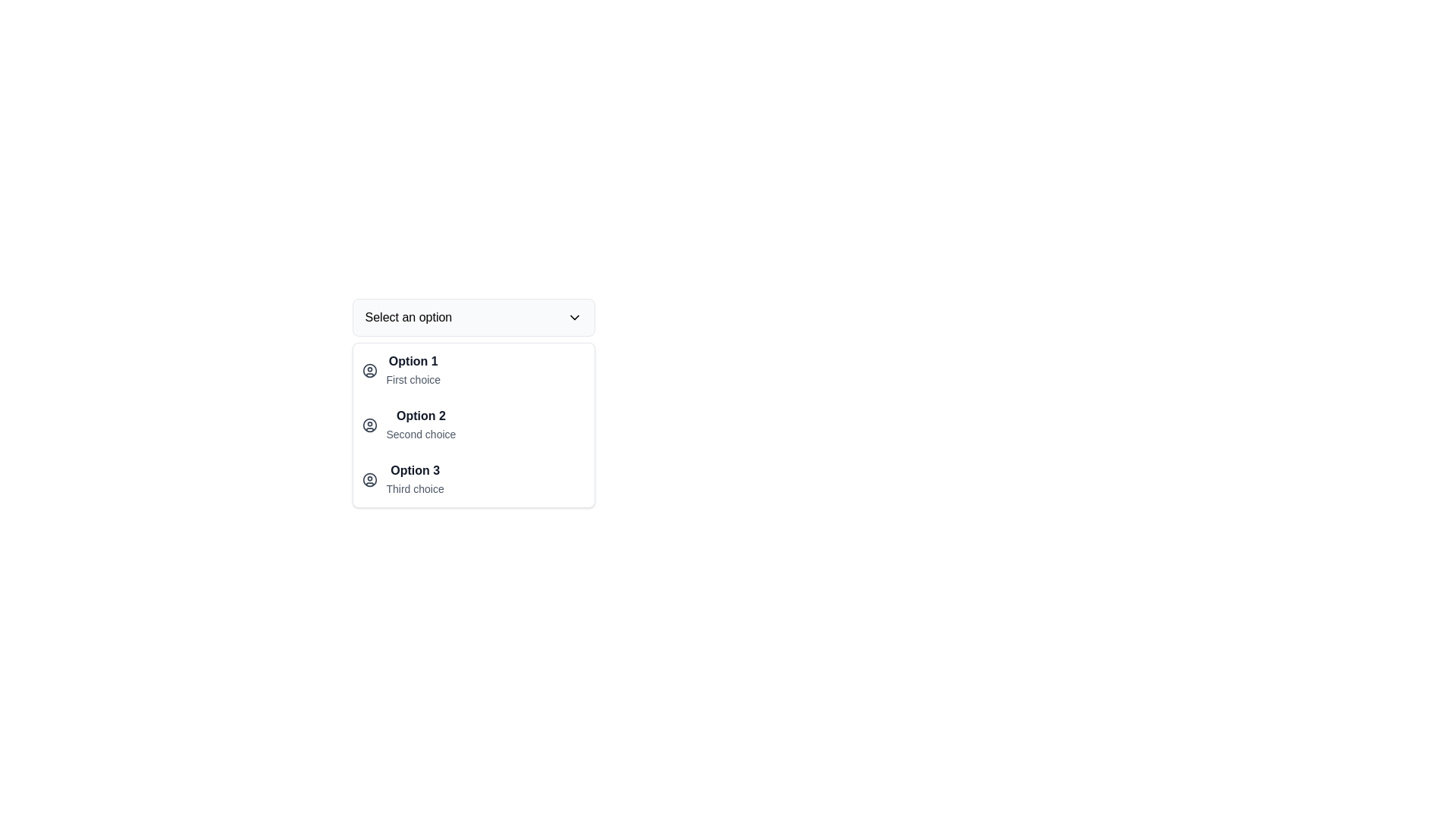 The width and height of the screenshot is (1456, 819). What do you see at coordinates (472, 479) in the screenshot?
I see `the 'Option 3' list item in the dropdown menu` at bounding box center [472, 479].